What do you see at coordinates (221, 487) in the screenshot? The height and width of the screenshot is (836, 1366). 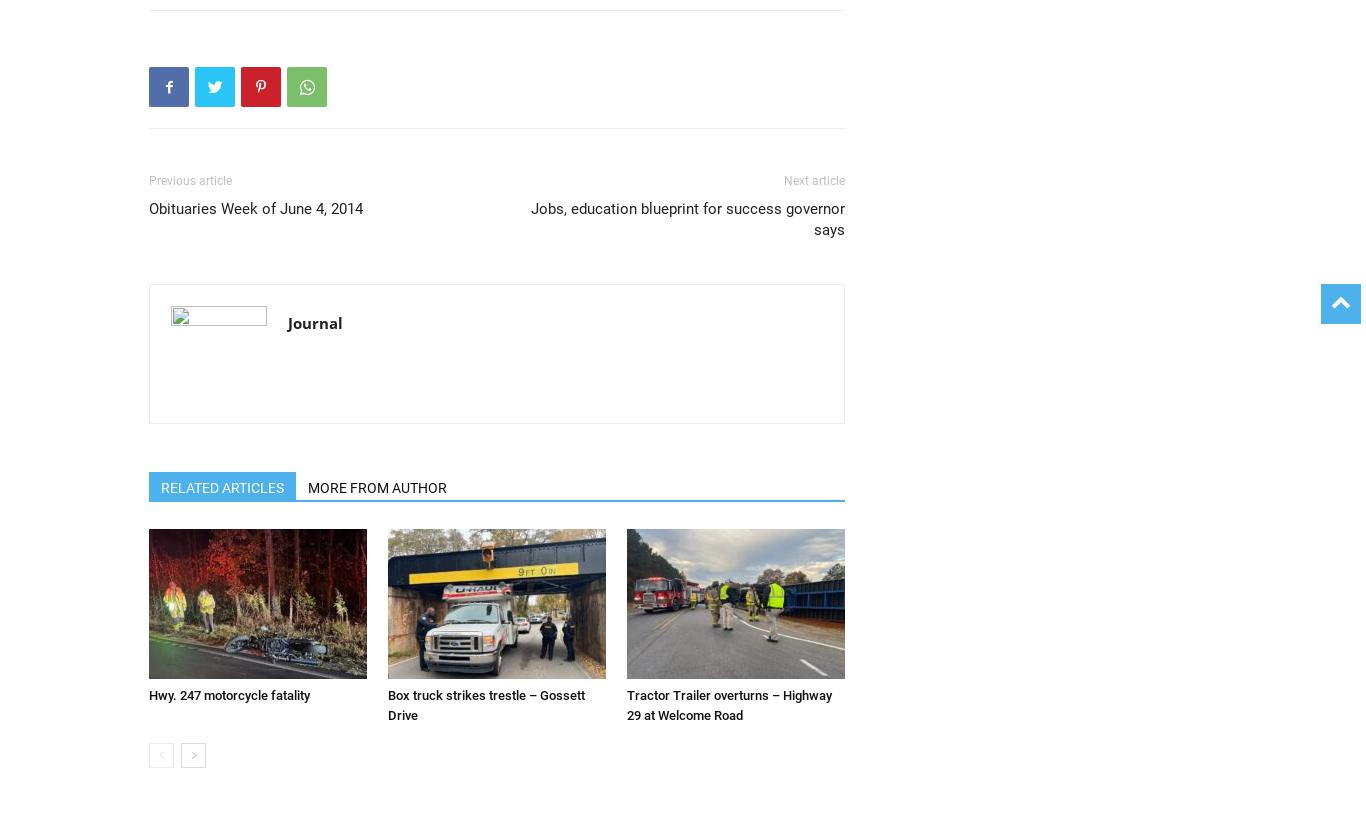 I see `'RELATED ARTICLES'` at bounding box center [221, 487].